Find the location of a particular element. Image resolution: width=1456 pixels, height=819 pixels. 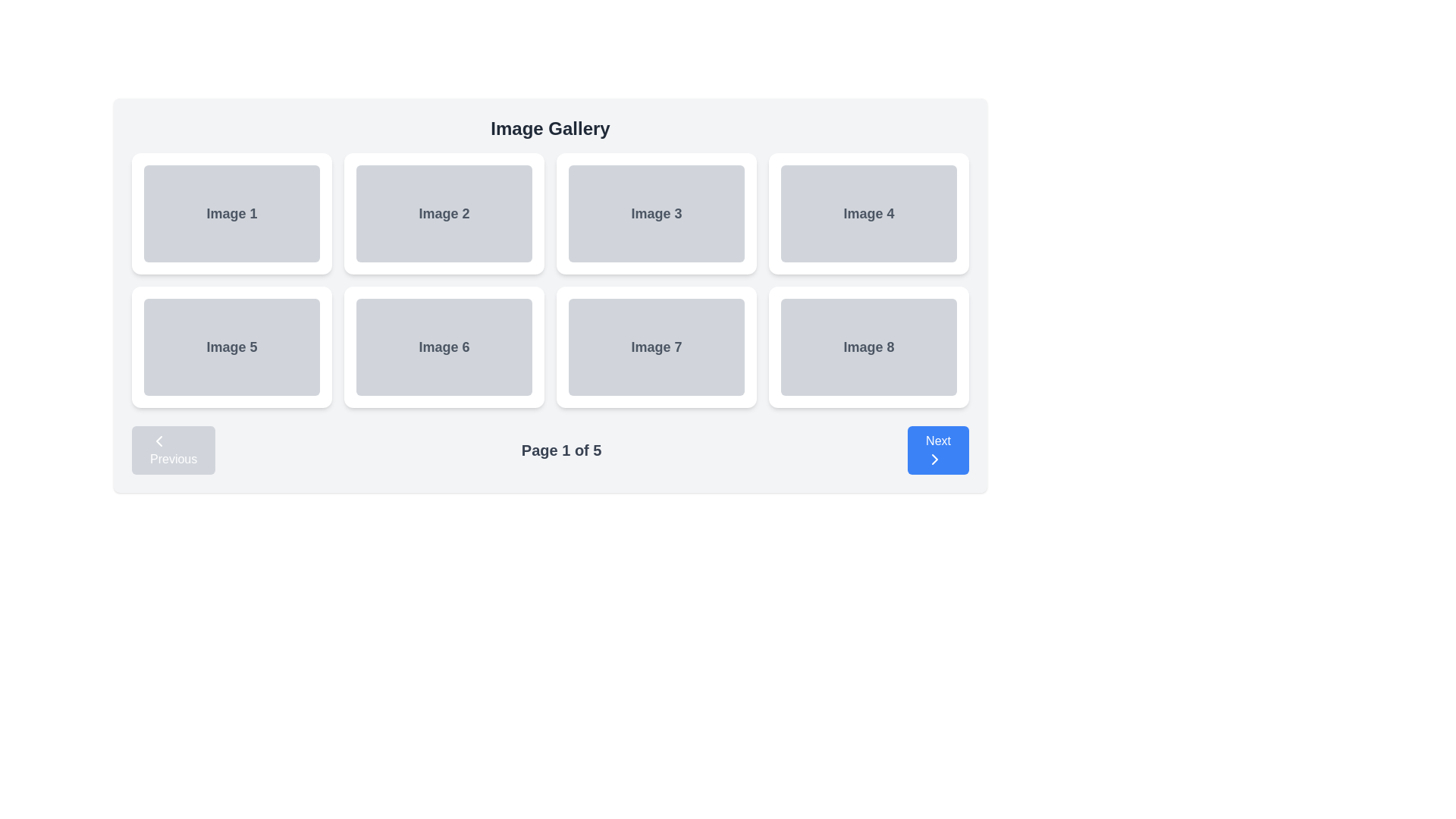

the sixth card element with a light gray background and the text 'Image 6' centered in bold dark gray font is located at coordinates (443, 347).